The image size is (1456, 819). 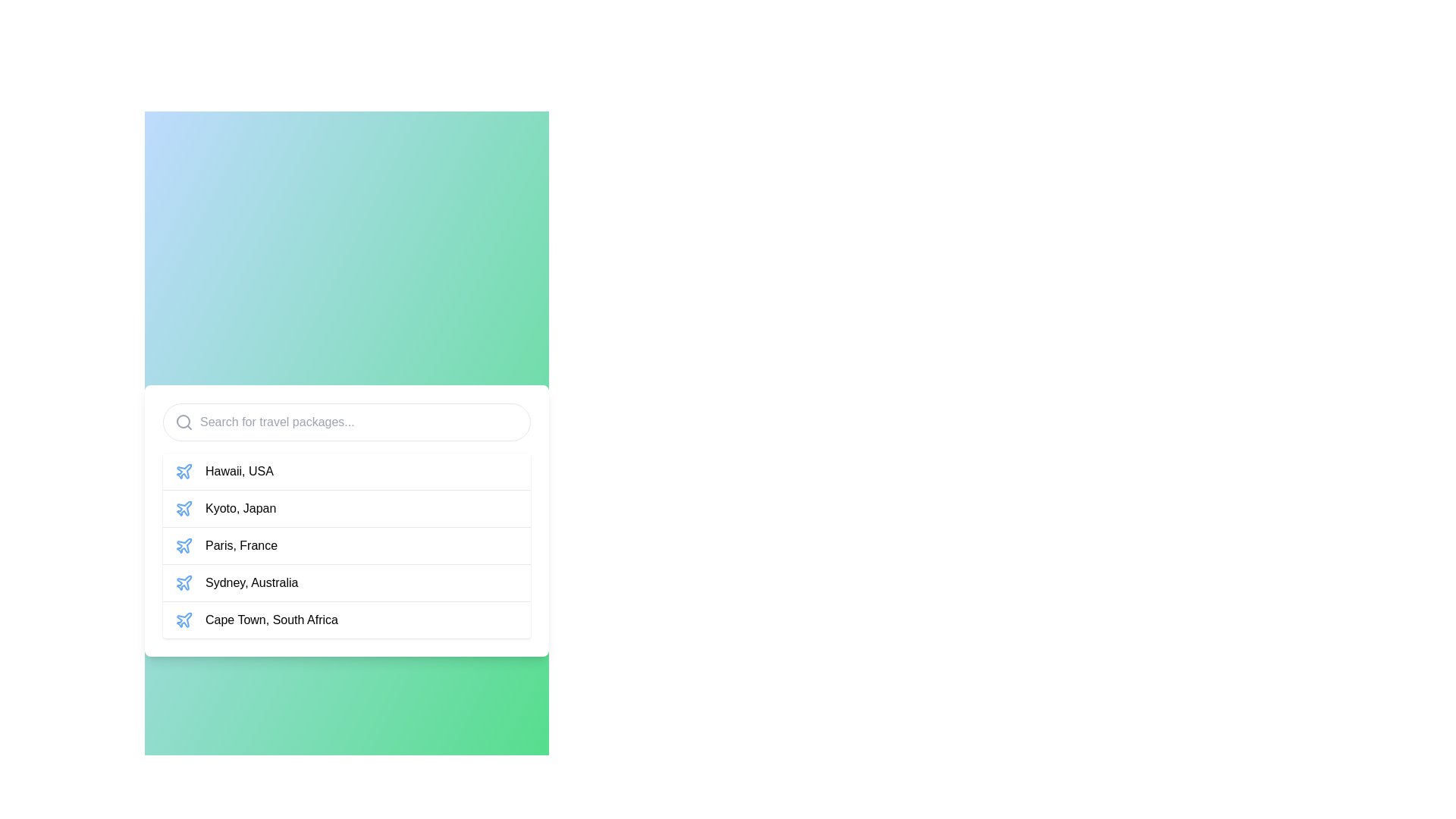 What do you see at coordinates (238, 470) in the screenshot?
I see `the text label that reads 'Hawaii, USA'` at bounding box center [238, 470].